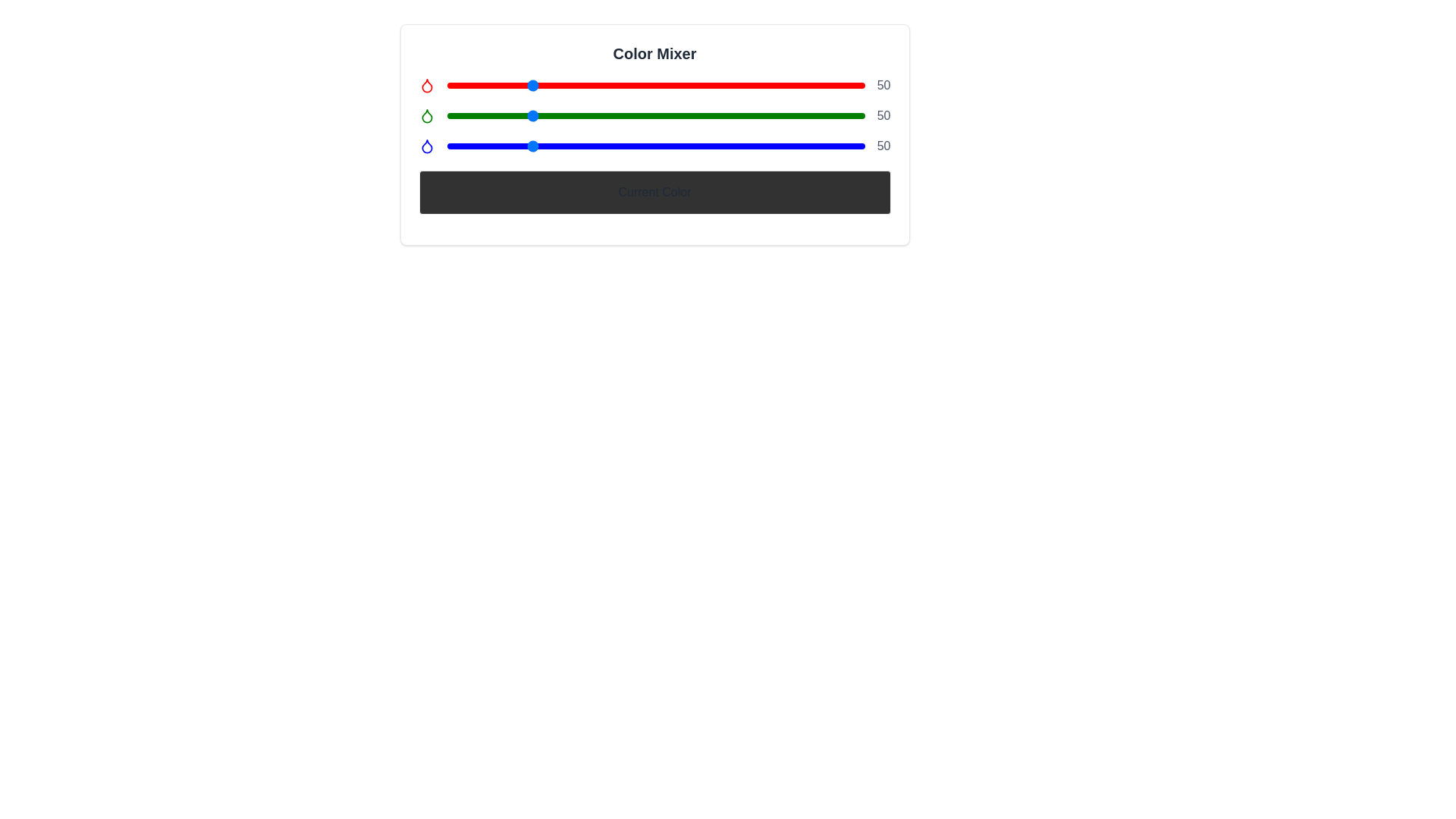 Image resolution: width=1456 pixels, height=819 pixels. What do you see at coordinates (545, 146) in the screenshot?
I see `the blue slider to set its value to 60` at bounding box center [545, 146].